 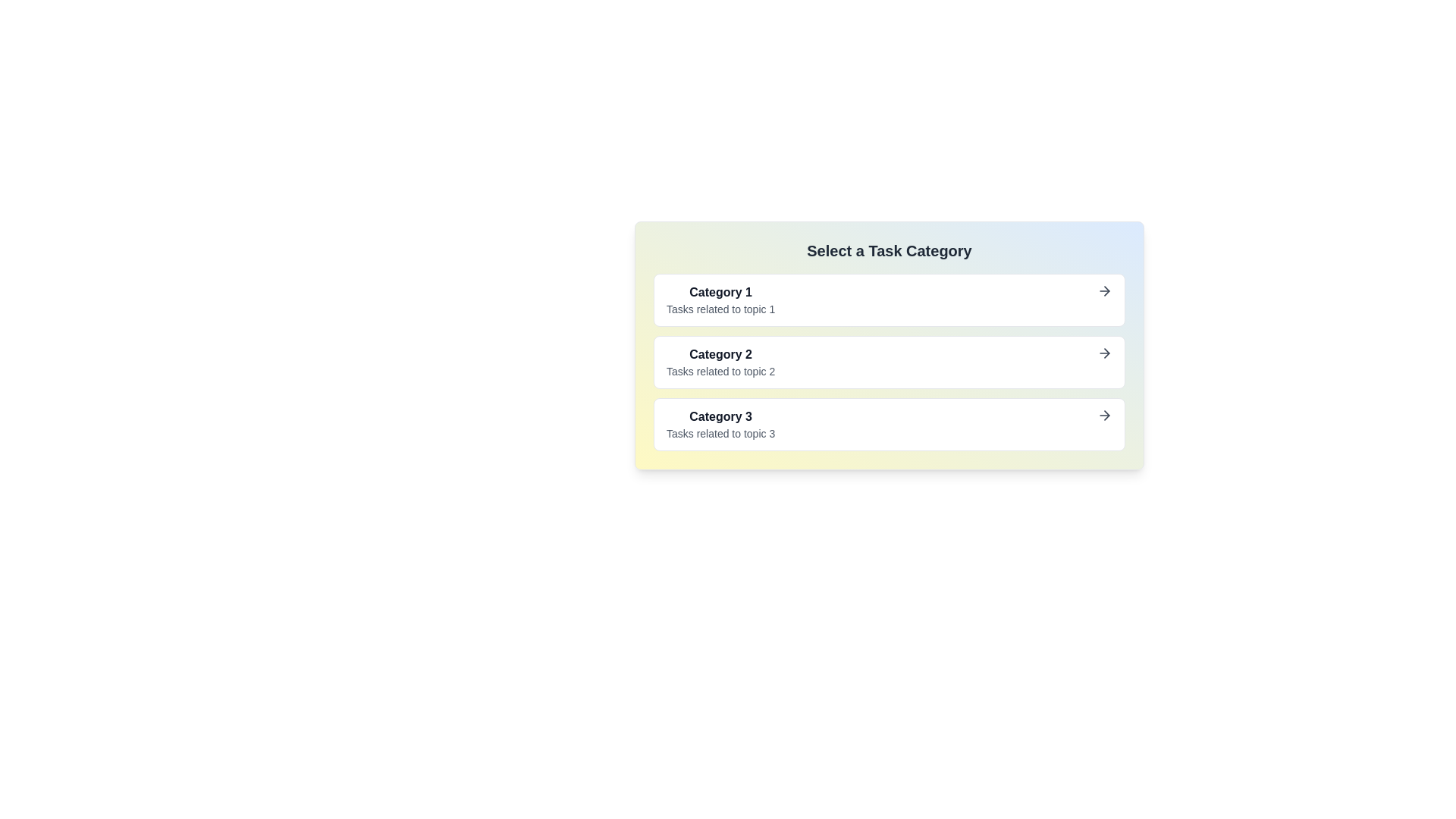 What do you see at coordinates (1105, 415) in the screenshot?
I see `the right-pointing arrow icon located at the rightmost side of the horizontally-aligned interface group for 'Category 3 - Tasks related to topic 3'` at bounding box center [1105, 415].